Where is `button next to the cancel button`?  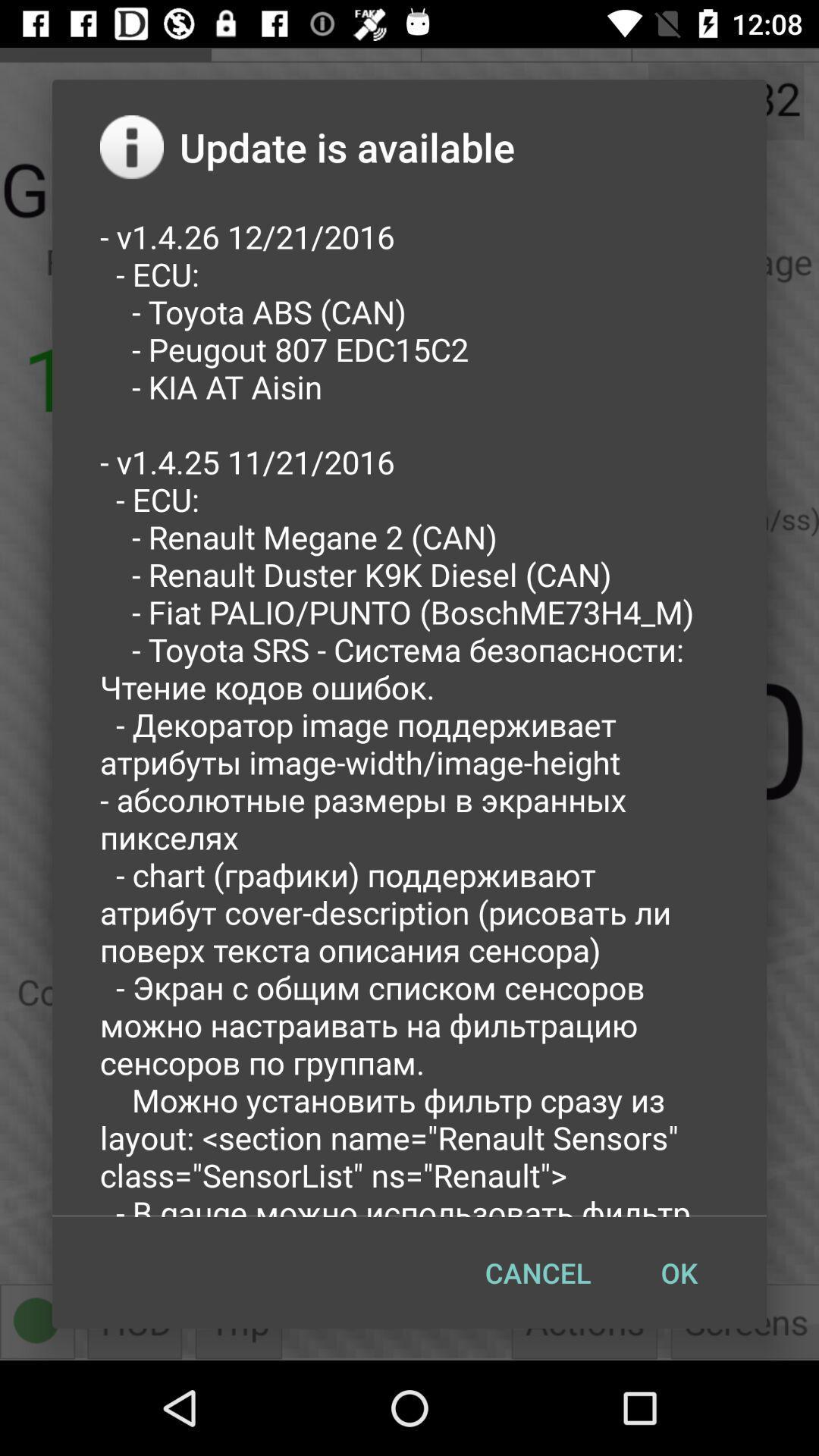
button next to the cancel button is located at coordinates (678, 1272).